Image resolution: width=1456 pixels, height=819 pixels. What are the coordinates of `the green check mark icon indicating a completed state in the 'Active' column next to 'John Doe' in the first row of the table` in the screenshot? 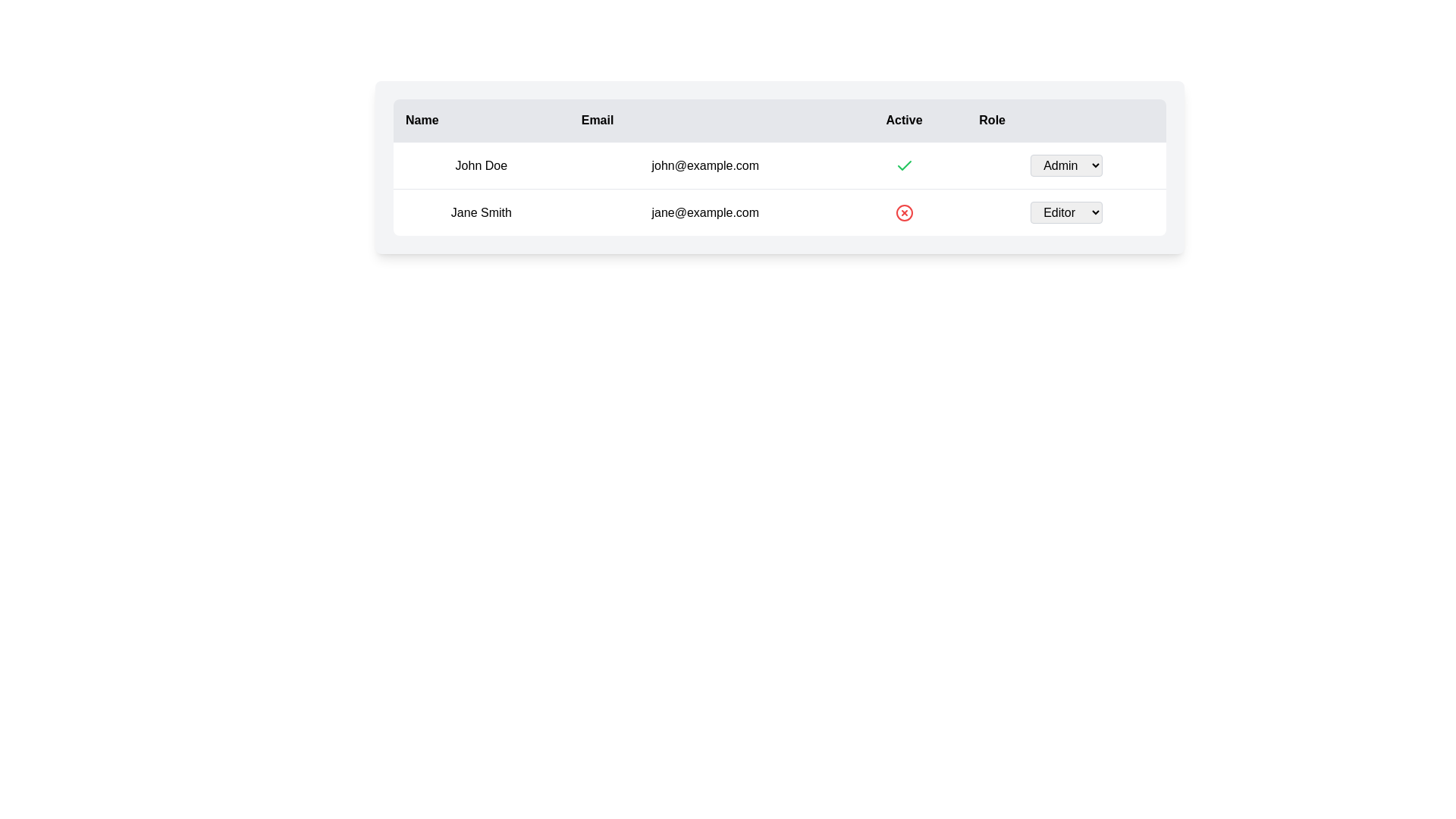 It's located at (904, 165).